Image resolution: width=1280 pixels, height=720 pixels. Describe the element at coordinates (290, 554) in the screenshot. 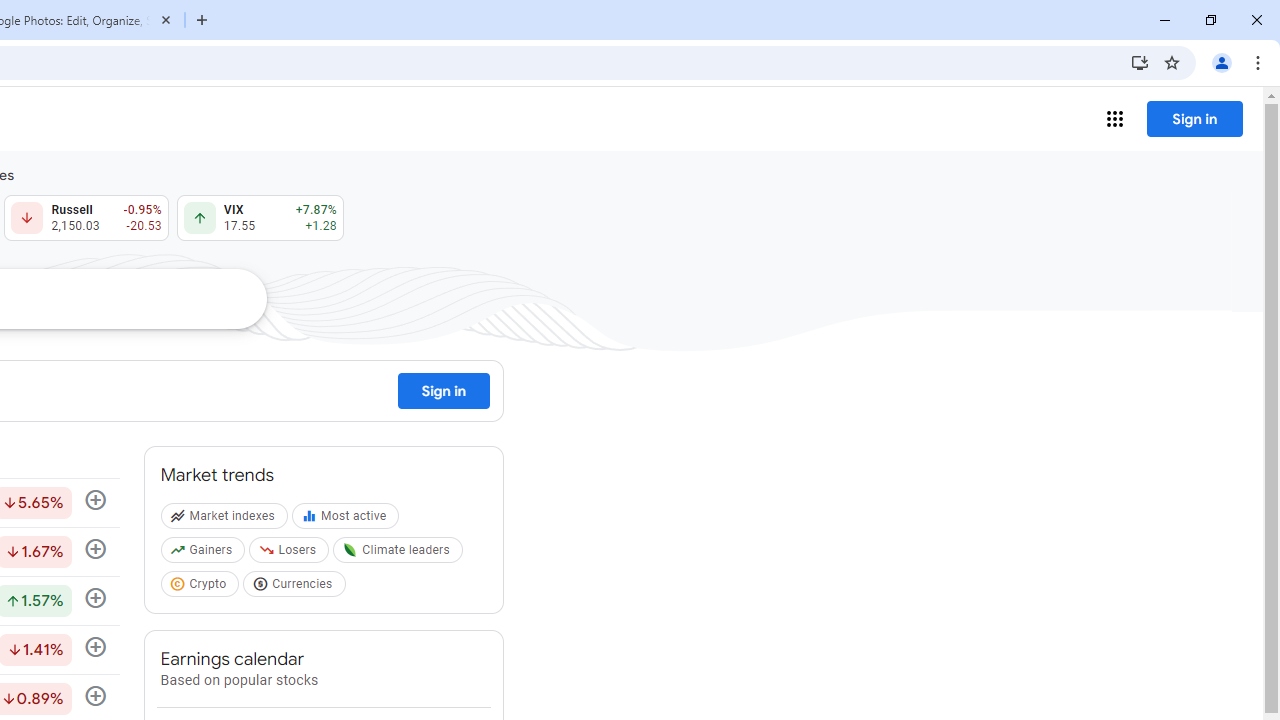

I see `'Losers'` at that location.